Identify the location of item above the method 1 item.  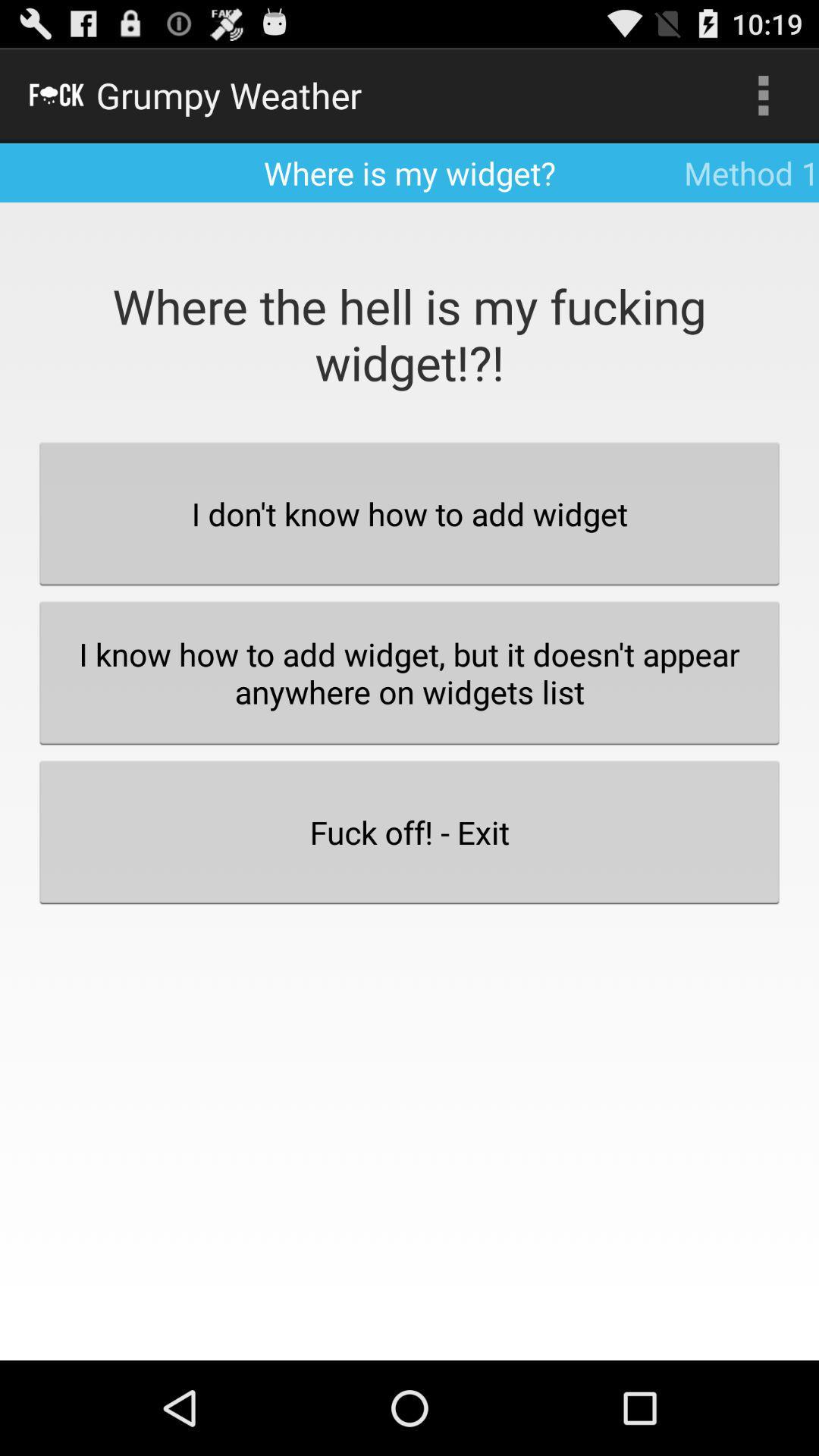
(763, 94).